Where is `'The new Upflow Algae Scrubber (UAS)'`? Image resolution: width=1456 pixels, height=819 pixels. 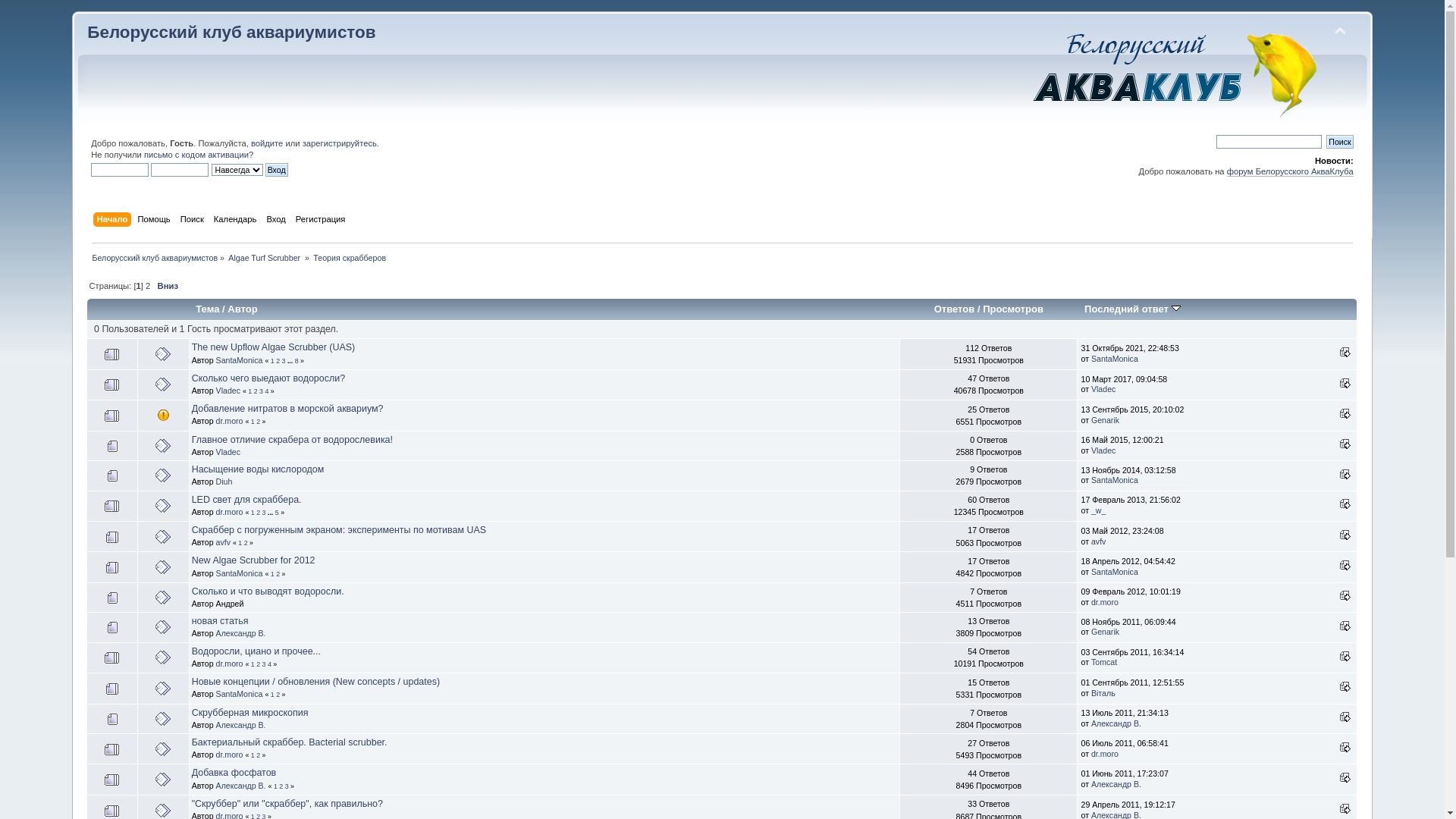
'The new Upflow Algae Scrubber (UAS)' is located at coordinates (191, 347).